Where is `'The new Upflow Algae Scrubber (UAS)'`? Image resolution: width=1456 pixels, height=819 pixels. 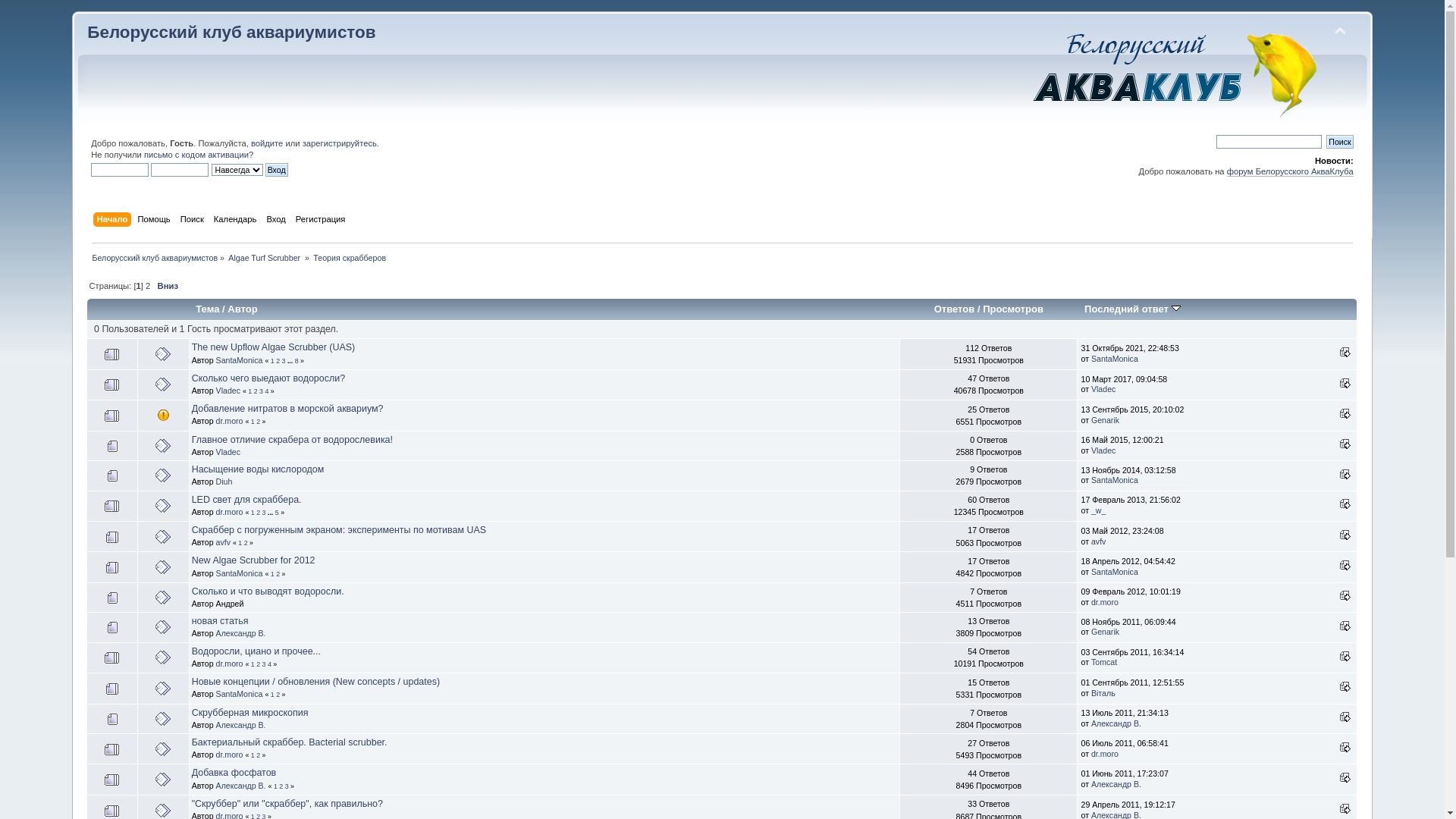
'The new Upflow Algae Scrubber (UAS)' is located at coordinates (191, 347).